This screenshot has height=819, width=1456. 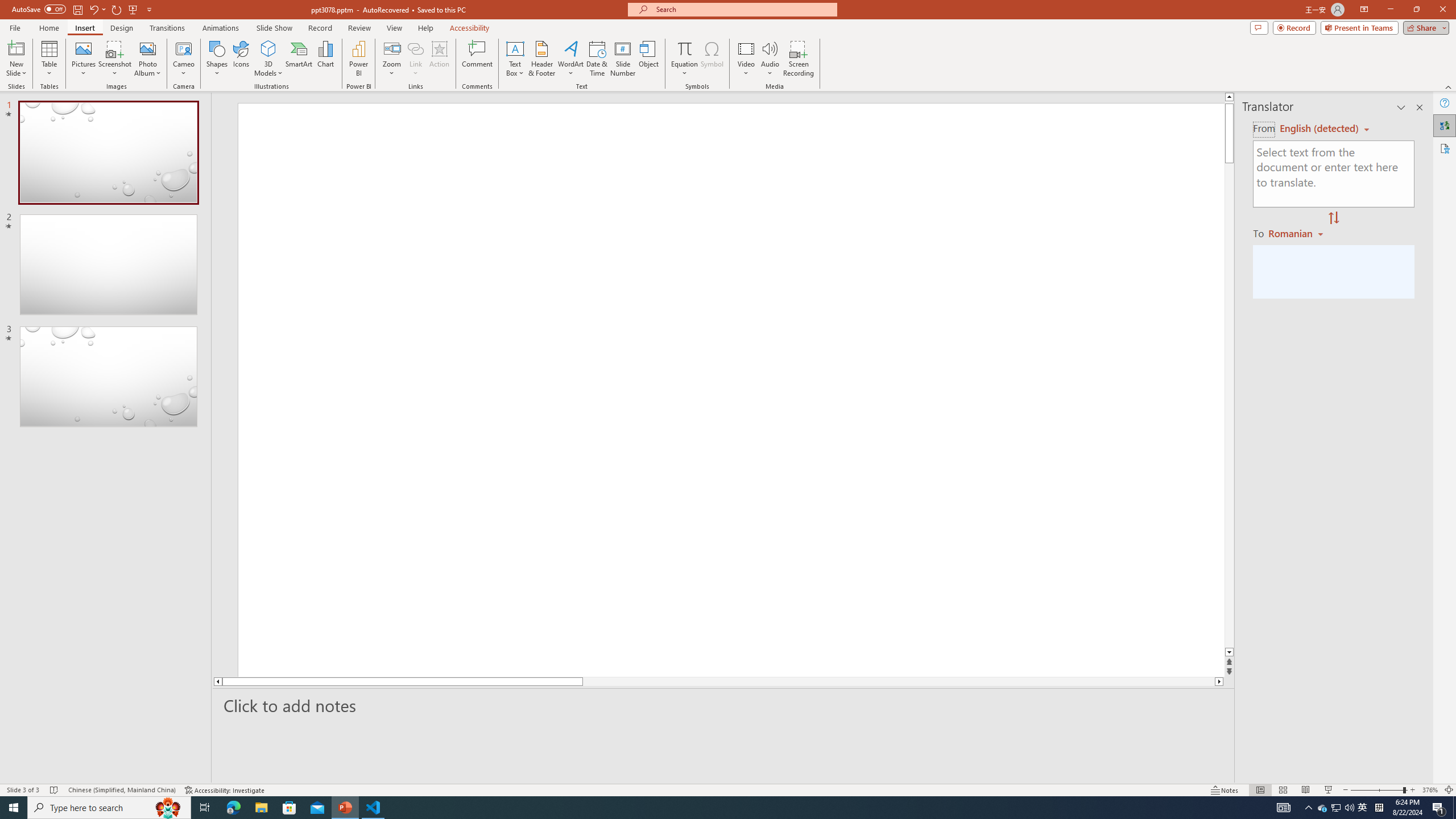 What do you see at coordinates (570, 59) in the screenshot?
I see `'WordArt'` at bounding box center [570, 59].